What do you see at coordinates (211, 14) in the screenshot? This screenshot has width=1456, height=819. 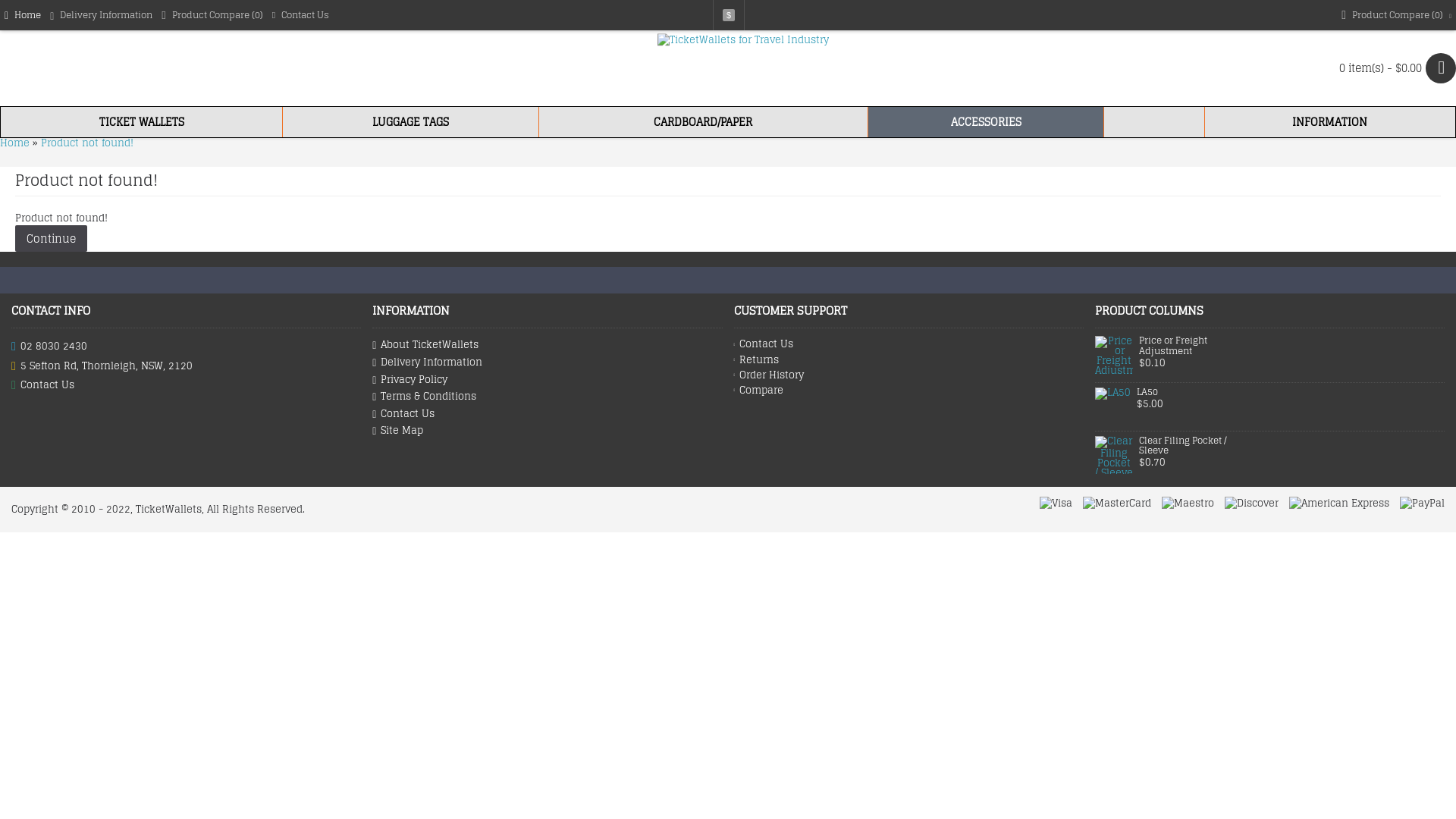 I see `'Product Compare (0)'` at bounding box center [211, 14].